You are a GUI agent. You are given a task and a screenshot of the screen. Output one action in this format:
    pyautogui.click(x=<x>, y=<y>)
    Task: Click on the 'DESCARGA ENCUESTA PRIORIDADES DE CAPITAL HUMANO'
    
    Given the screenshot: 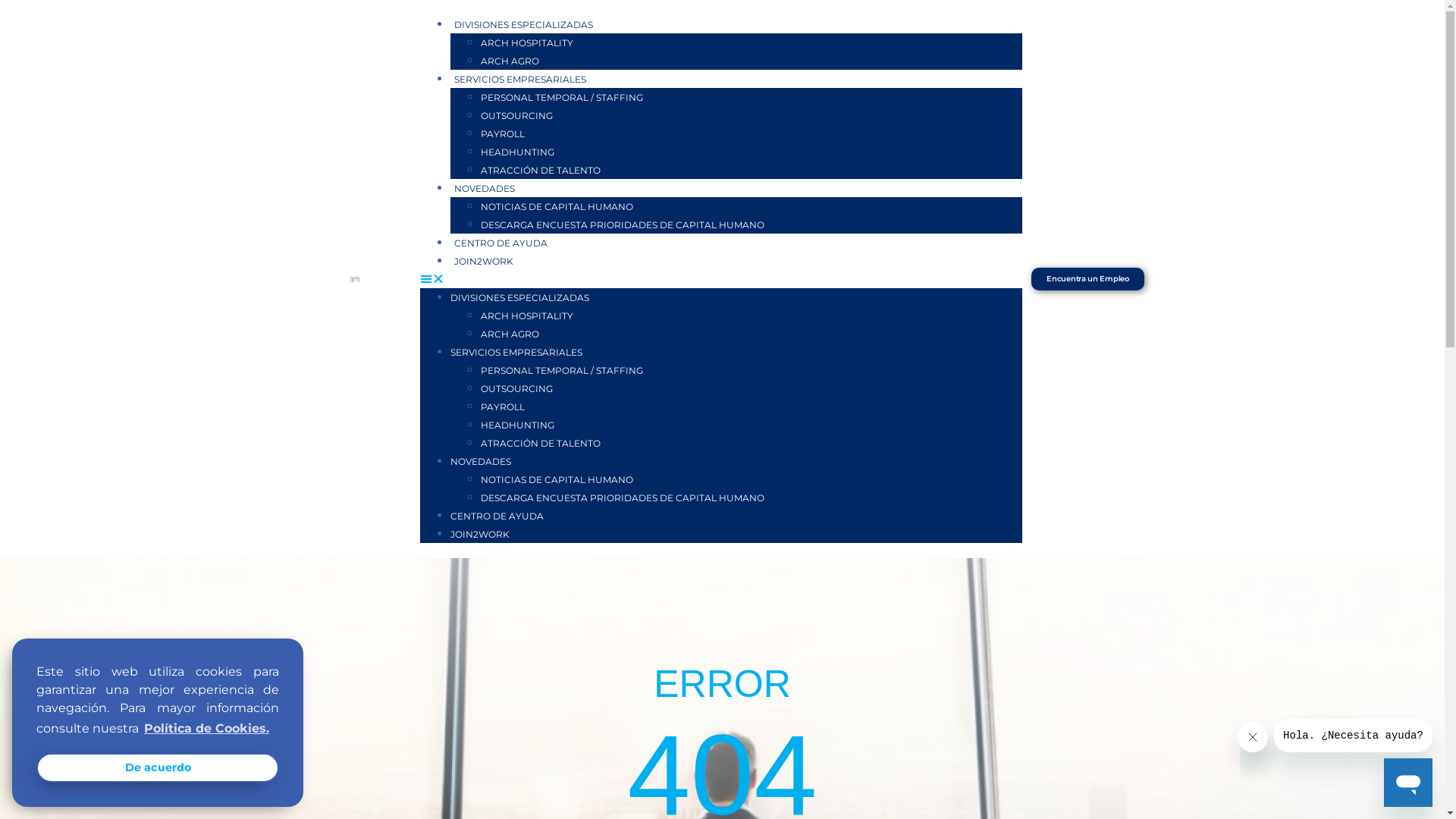 What is the action you would take?
    pyautogui.click(x=622, y=497)
    